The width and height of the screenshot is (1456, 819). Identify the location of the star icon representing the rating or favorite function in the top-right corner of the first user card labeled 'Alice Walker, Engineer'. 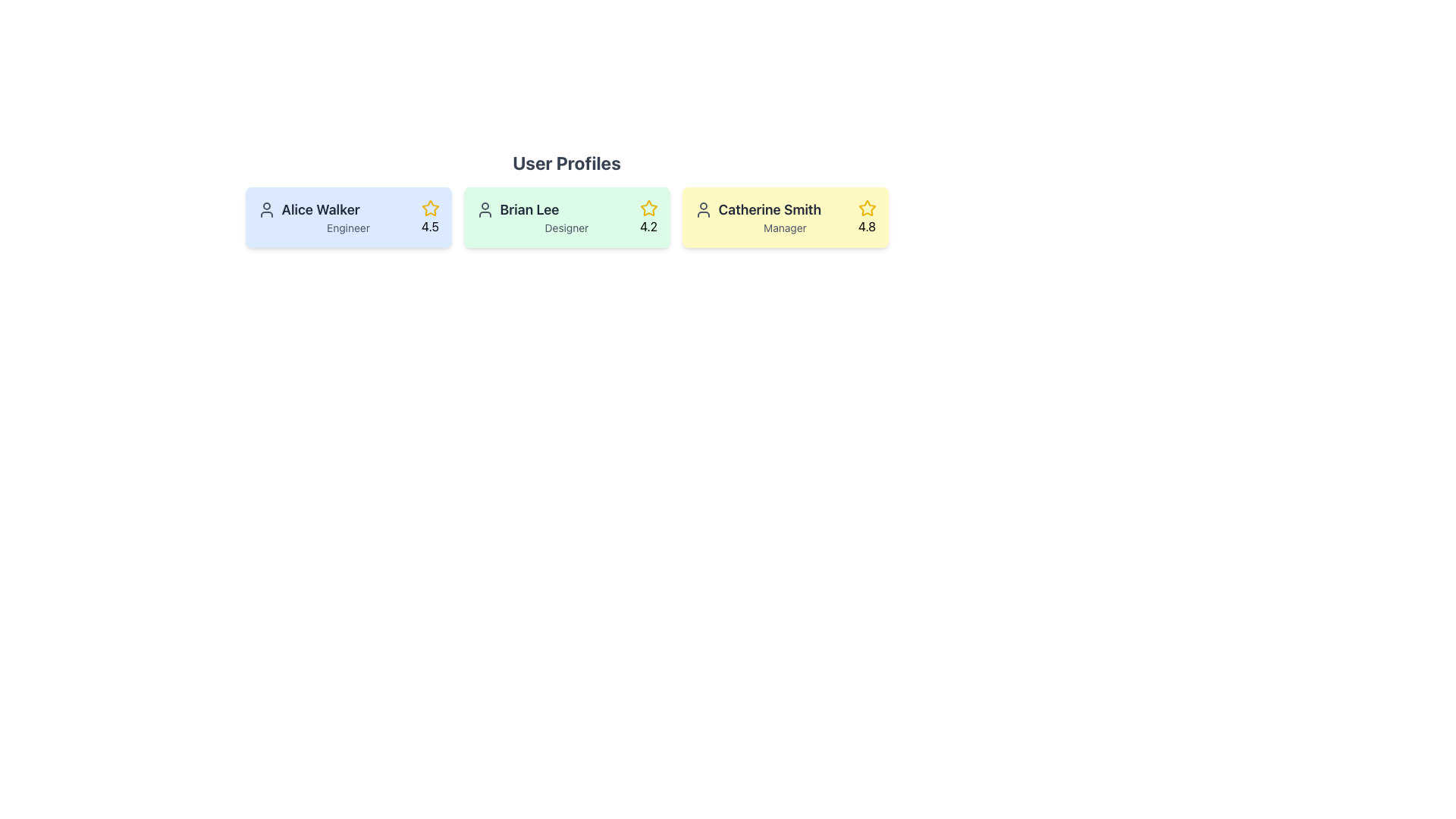
(429, 208).